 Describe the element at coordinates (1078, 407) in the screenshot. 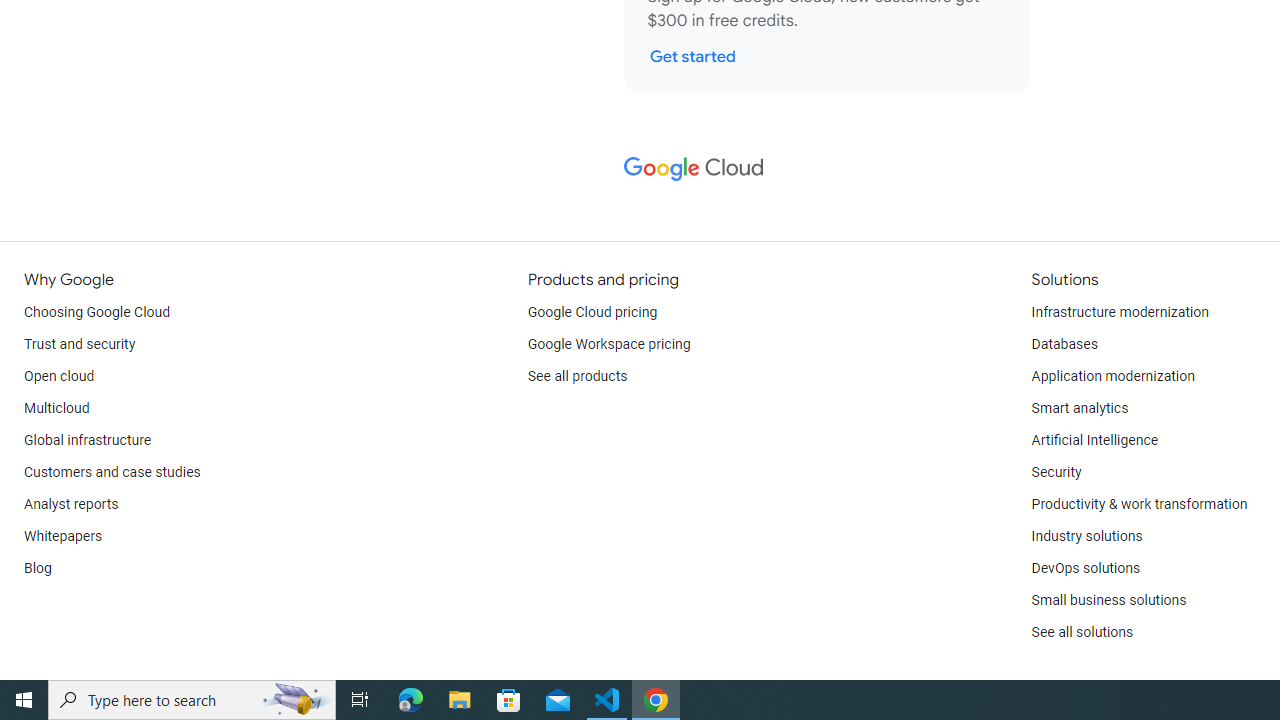

I see `'Smart analytics'` at that location.